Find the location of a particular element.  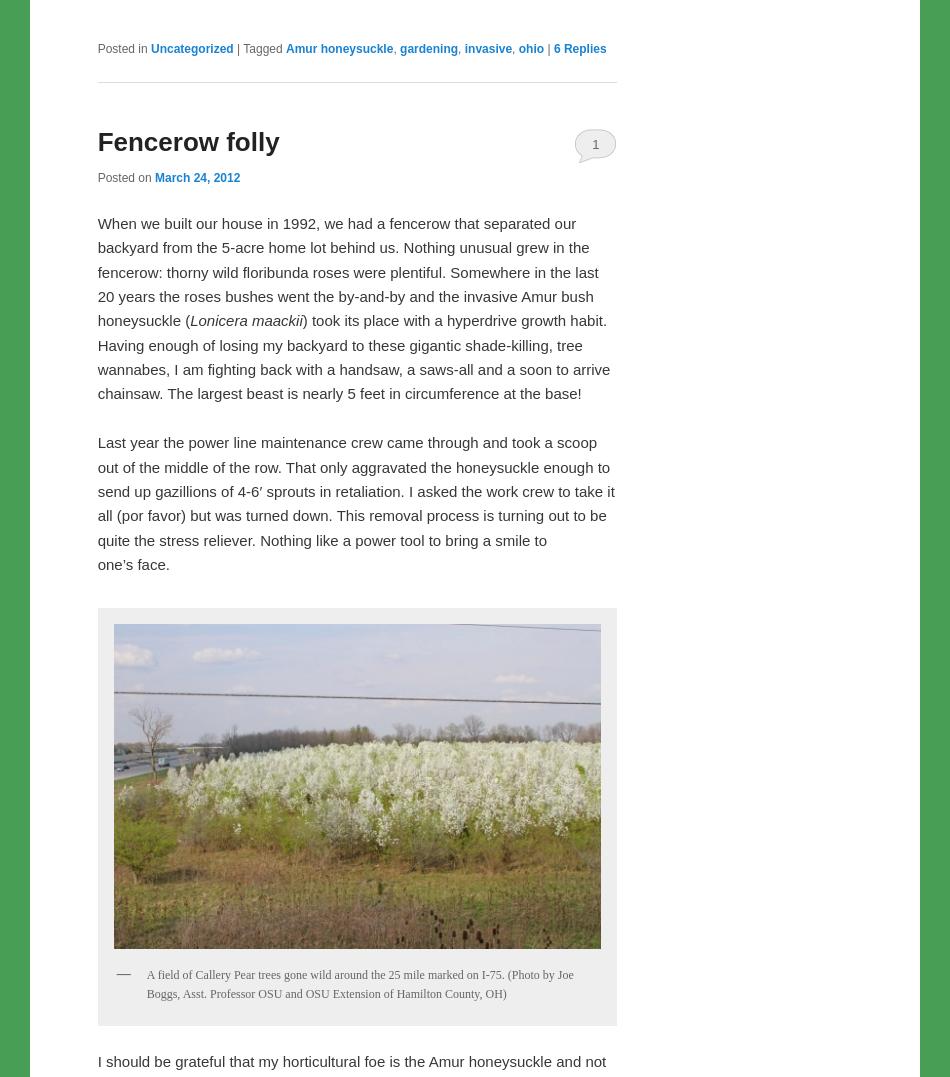

'Uncategorized' is located at coordinates (191, 48).